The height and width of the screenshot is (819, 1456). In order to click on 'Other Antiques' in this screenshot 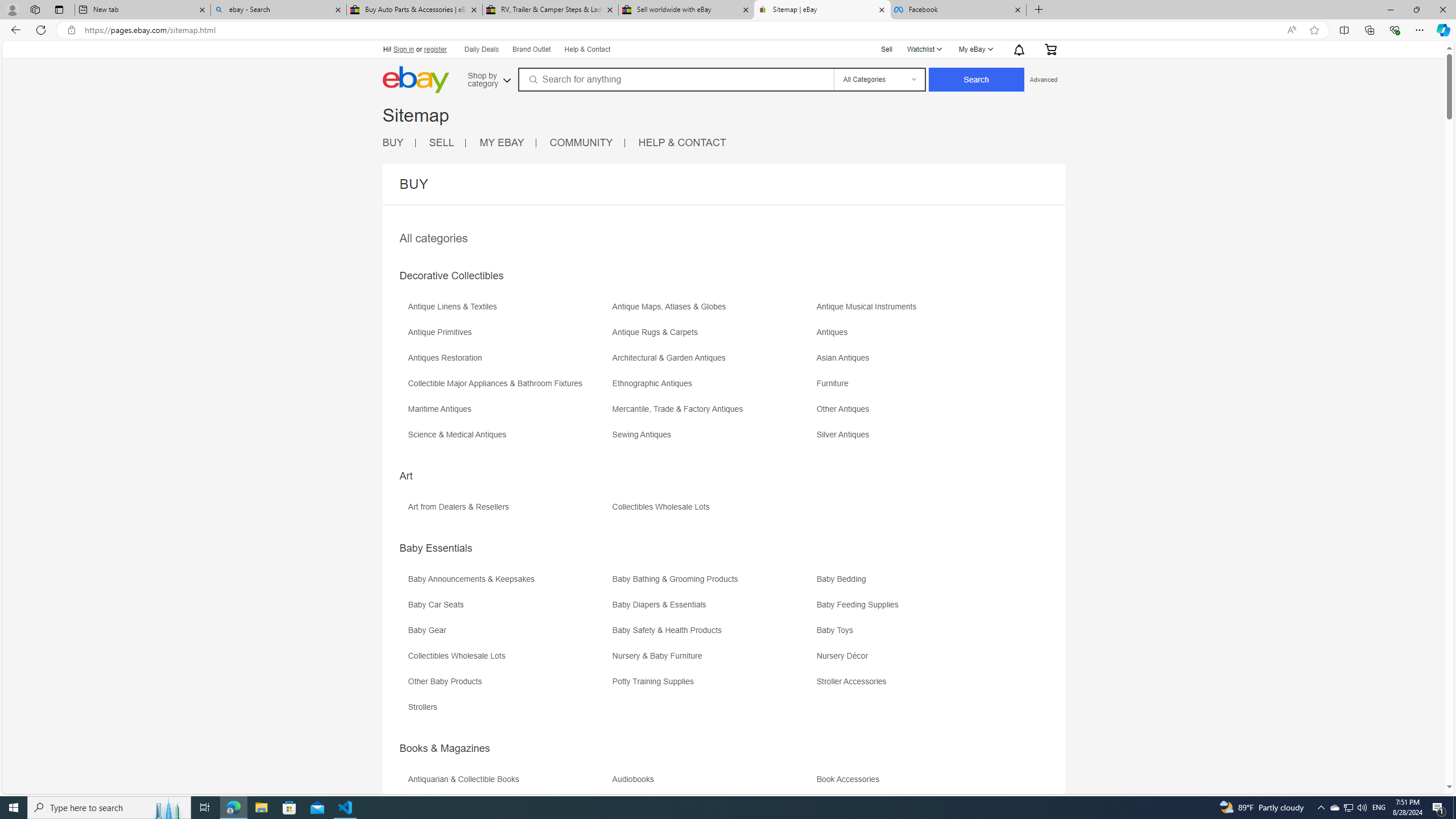, I will do `click(918, 412)`.